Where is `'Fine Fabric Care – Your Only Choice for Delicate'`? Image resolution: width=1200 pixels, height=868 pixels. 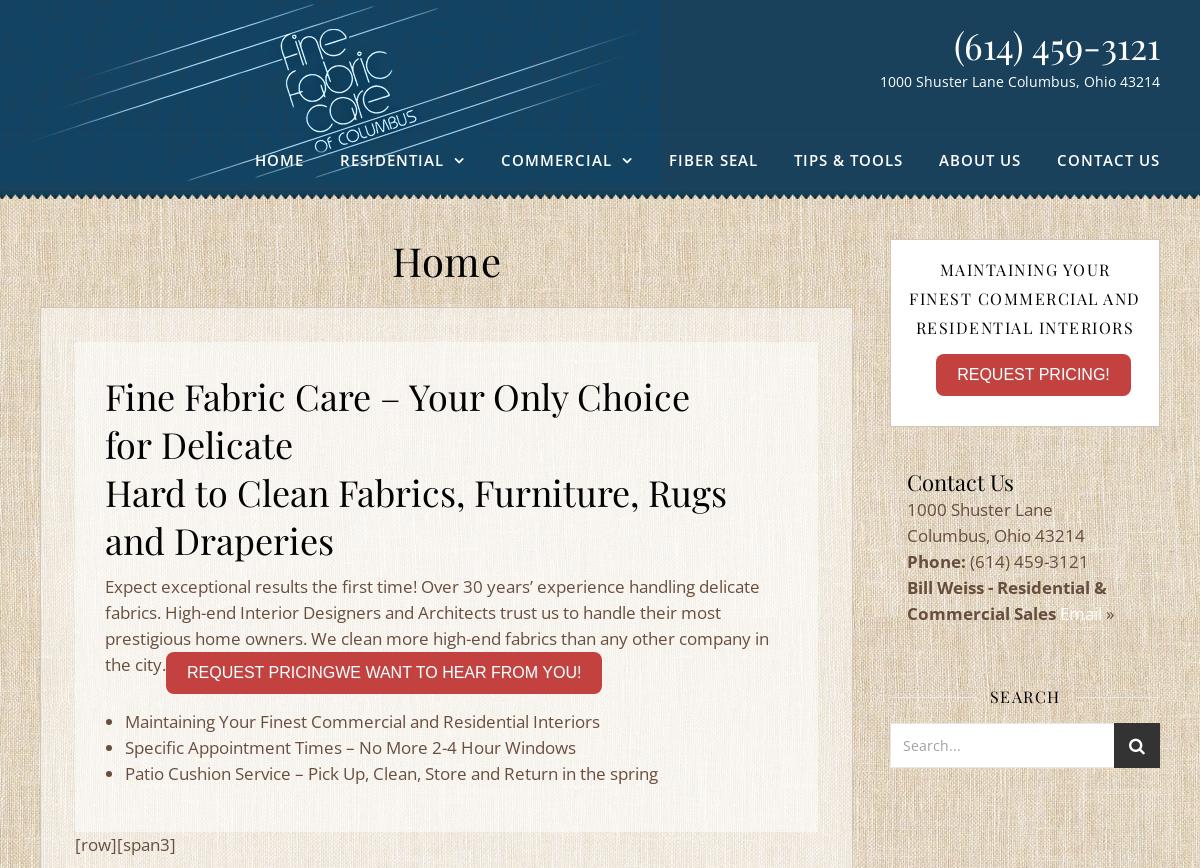
'Fine Fabric Care – Your Only Choice for Delicate' is located at coordinates (397, 420).